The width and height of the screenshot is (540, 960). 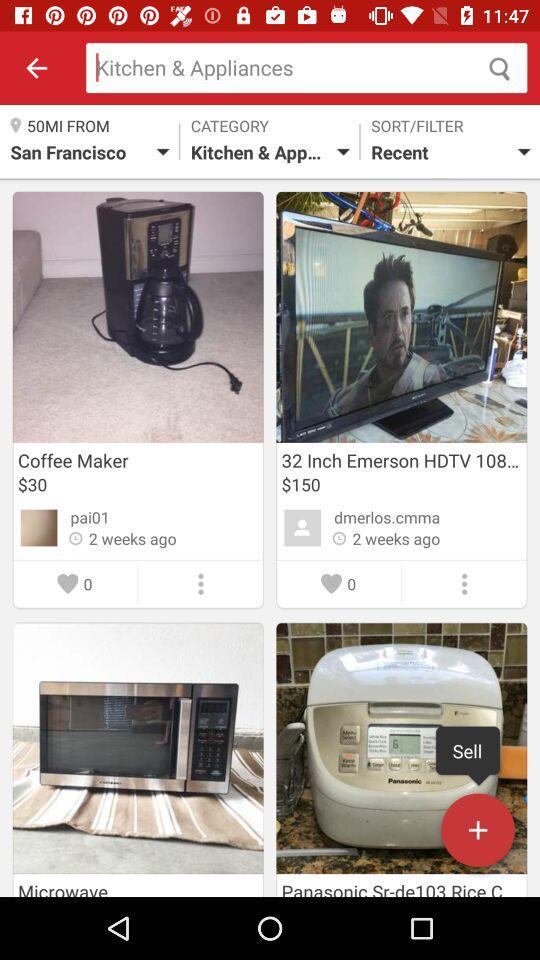 I want to click on search field, so click(x=306, y=68).